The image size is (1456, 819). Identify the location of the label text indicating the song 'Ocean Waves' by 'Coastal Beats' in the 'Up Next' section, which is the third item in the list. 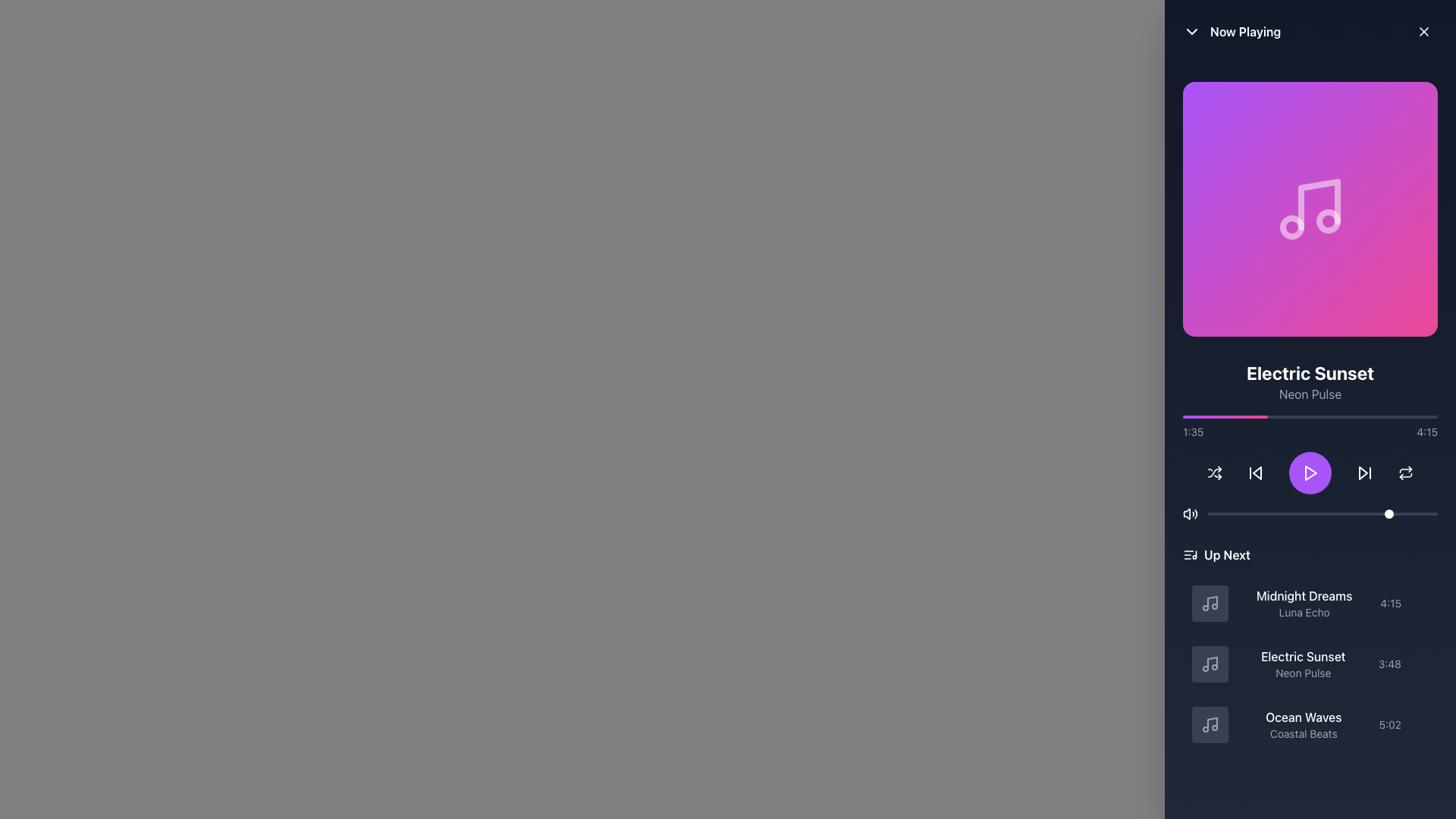
(1303, 724).